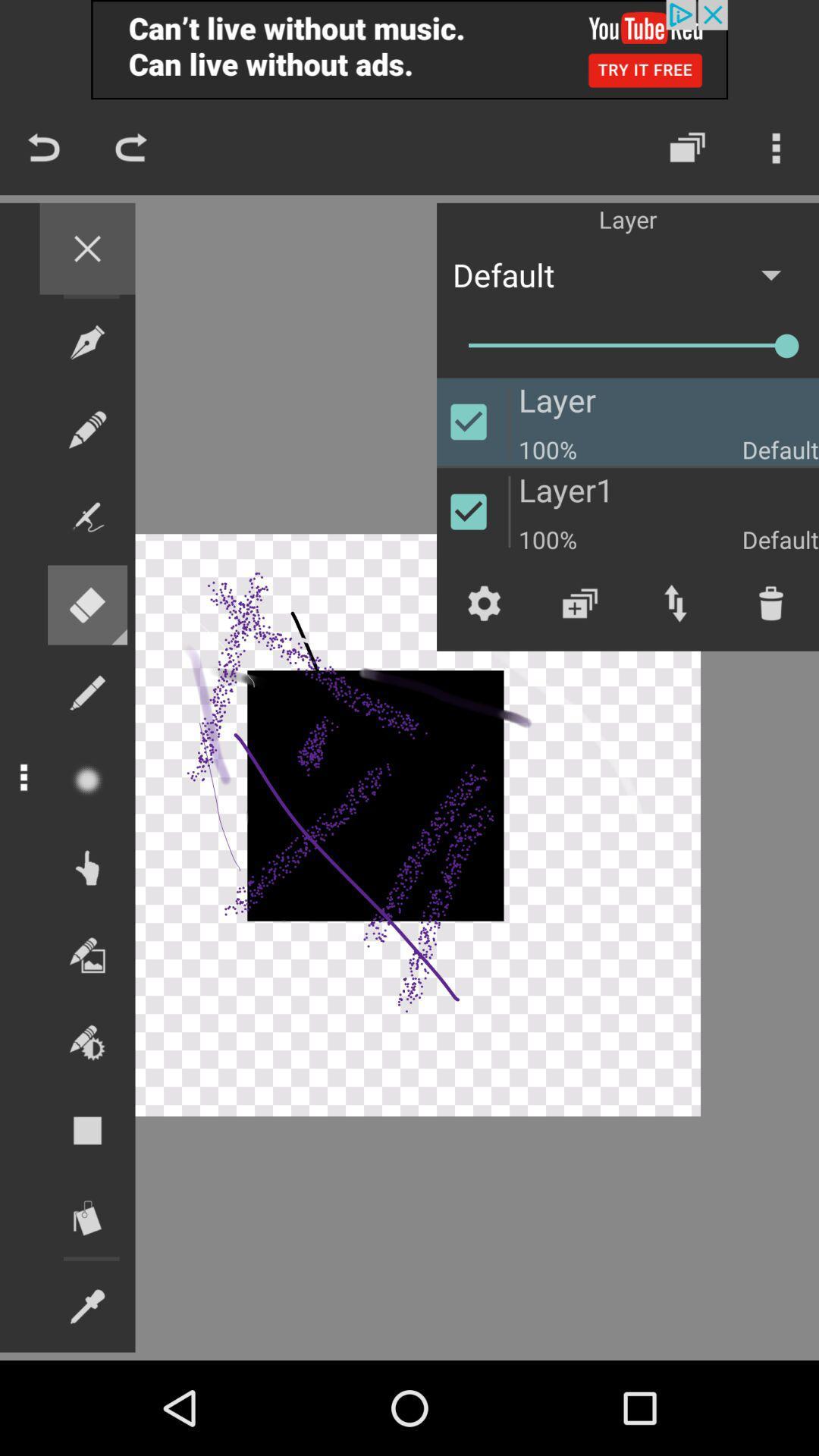 The height and width of the screenshot is (1456, 819). I want to click on the delete icon, so click(87, 604).